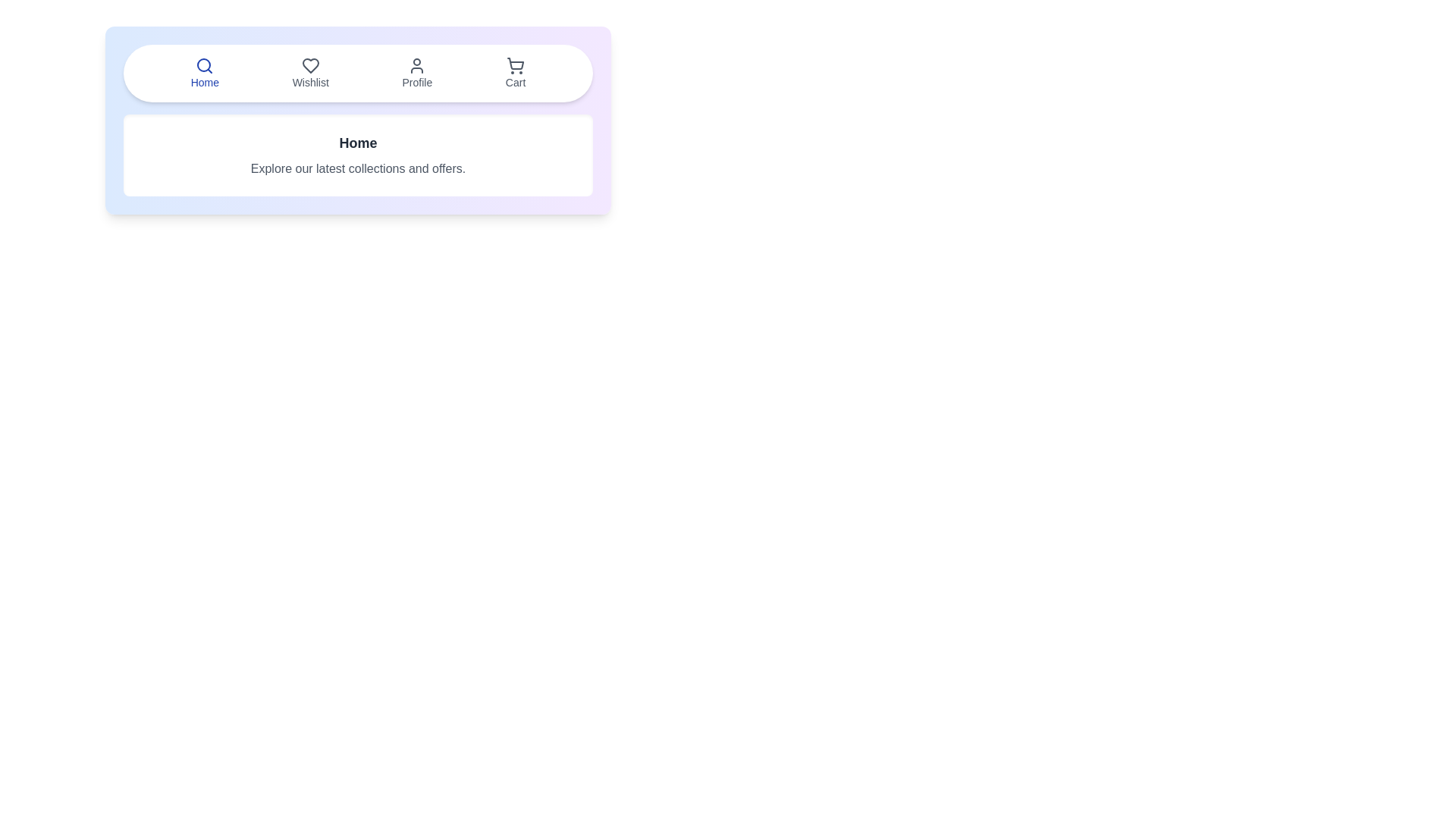 This screenshot has height=819, width=1456. What do you see at coordinates (417, 73) in the screenshot?
I see `the tab labeled Profile to switch to that tab` at bounding box center [417, 73].